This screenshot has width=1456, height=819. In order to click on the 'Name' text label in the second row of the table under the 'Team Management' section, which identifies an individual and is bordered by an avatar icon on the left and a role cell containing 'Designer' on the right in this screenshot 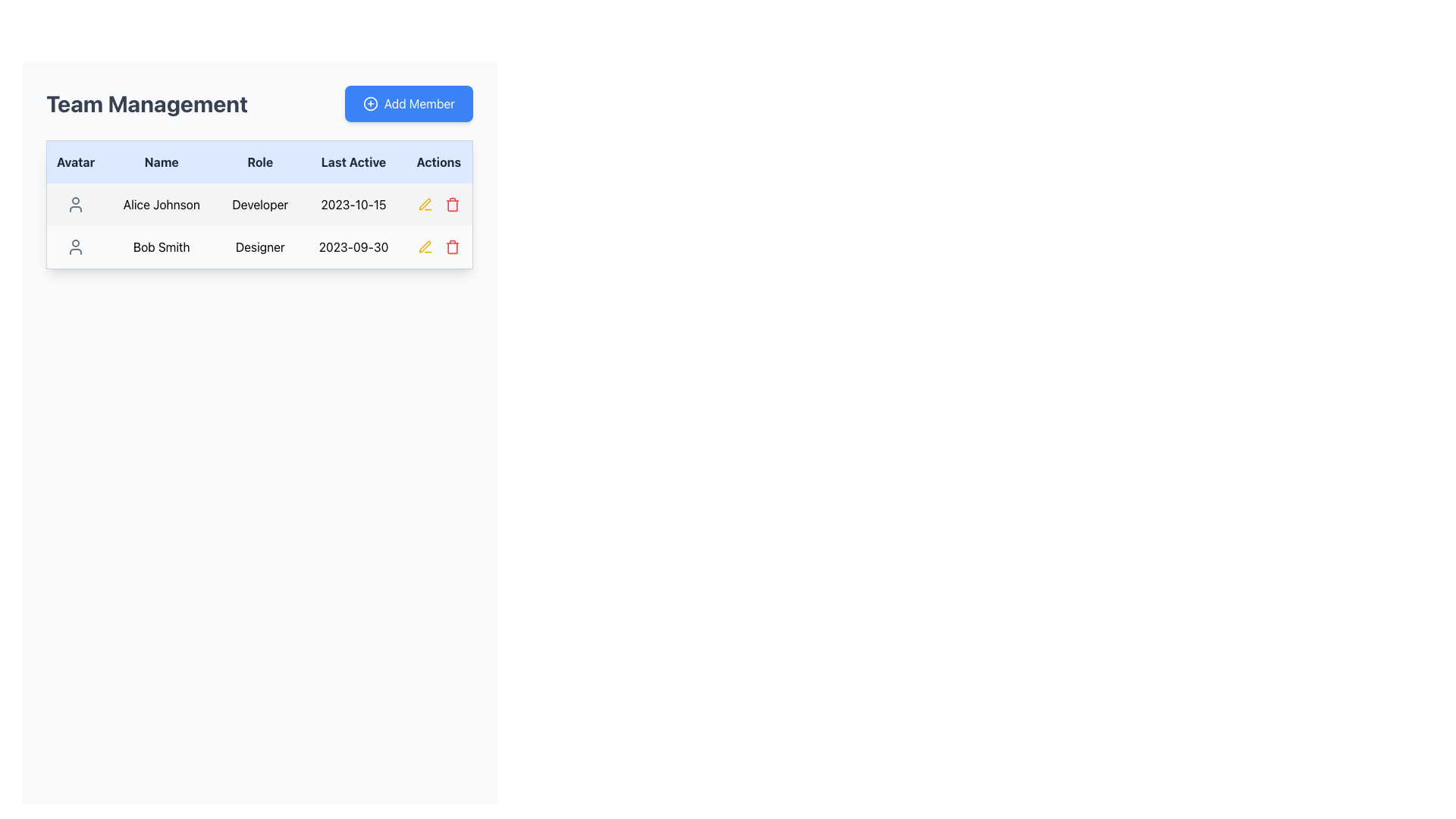, I will do `click(162, 246)`.